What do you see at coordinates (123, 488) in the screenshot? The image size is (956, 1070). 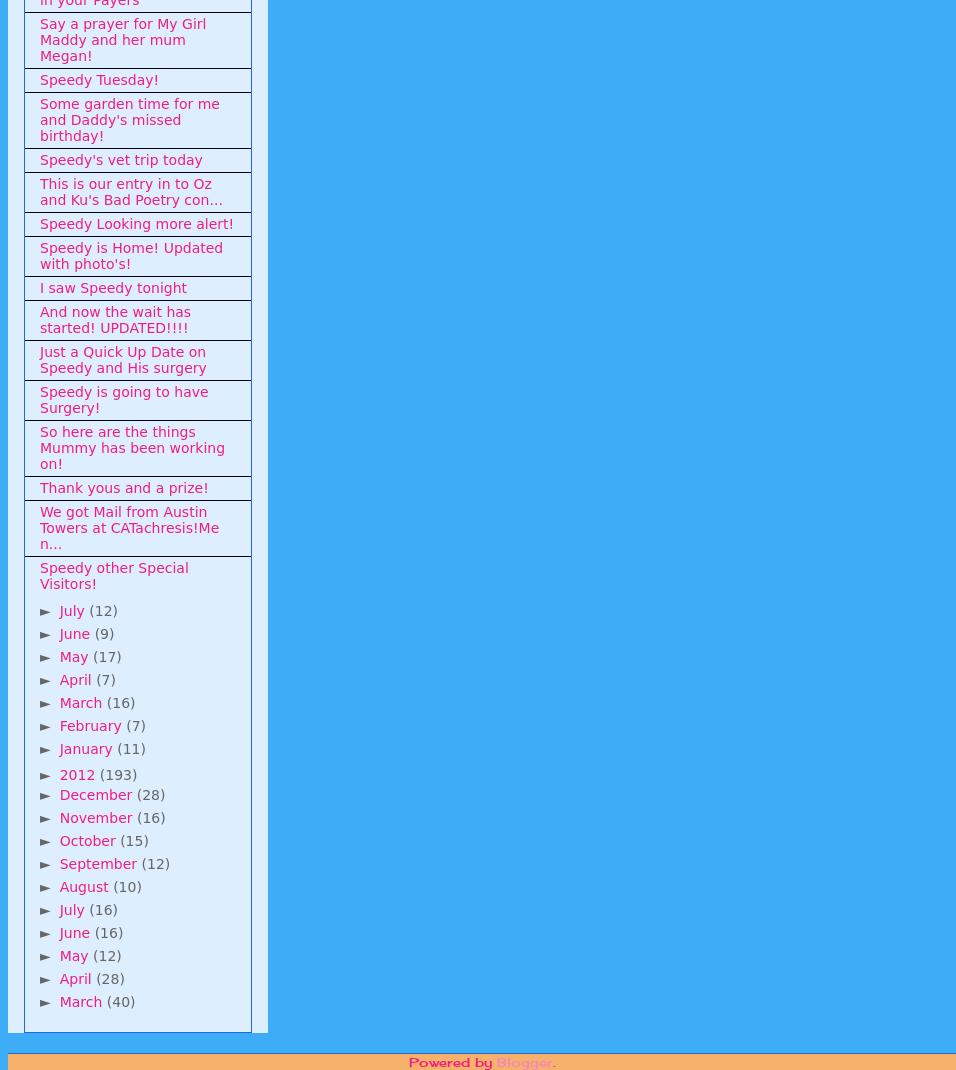 I see `'Thank yous and a prize!'` at bounding box center [123, 488].